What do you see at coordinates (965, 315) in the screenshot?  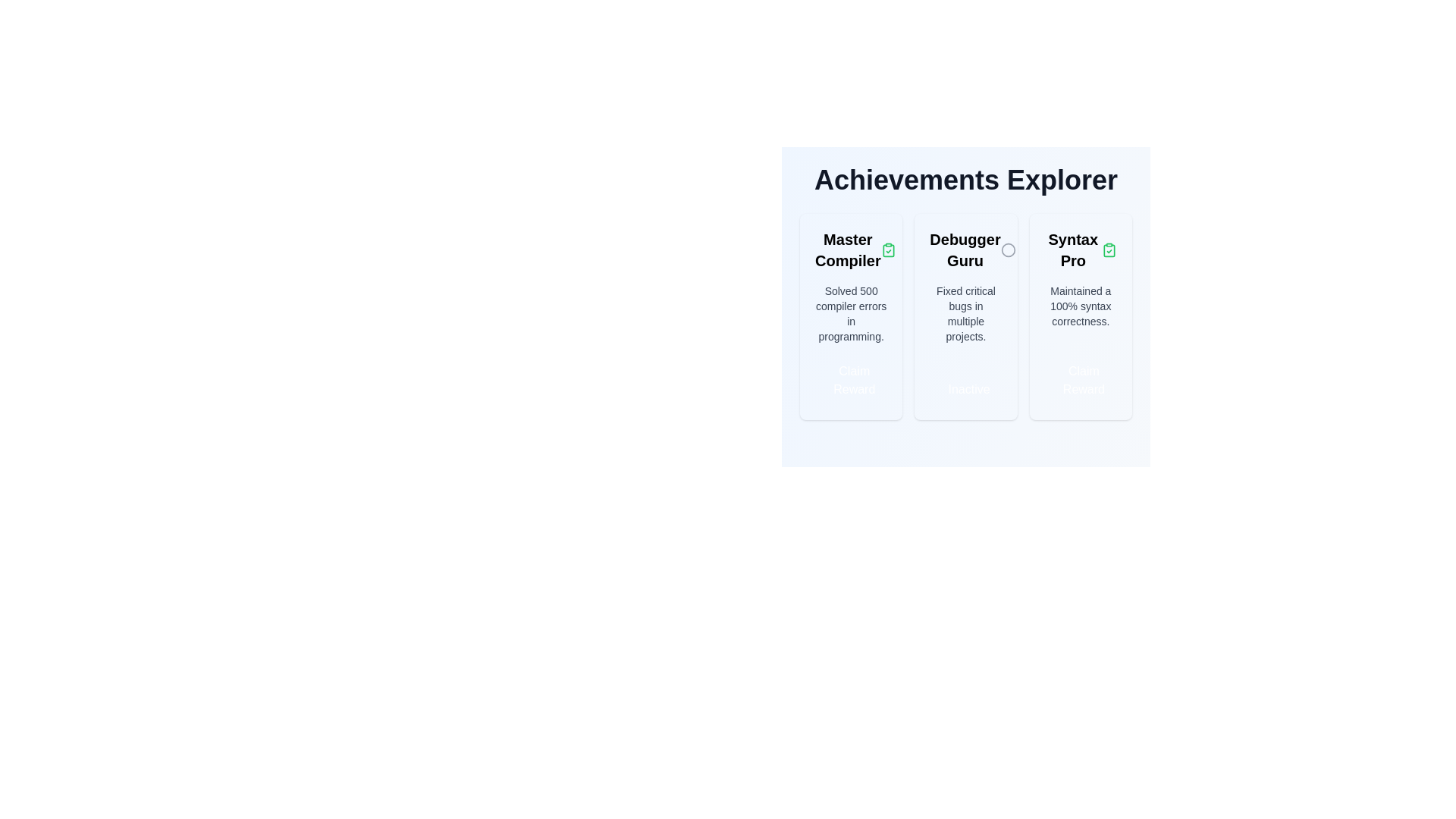 I see `any interactive sub-element of the inactive achievement card that represents fixing critical bugs, located between the 'Master Compiler' and 'Syntax Pro' cards in the achievements section` at bounding box center [965, 315].